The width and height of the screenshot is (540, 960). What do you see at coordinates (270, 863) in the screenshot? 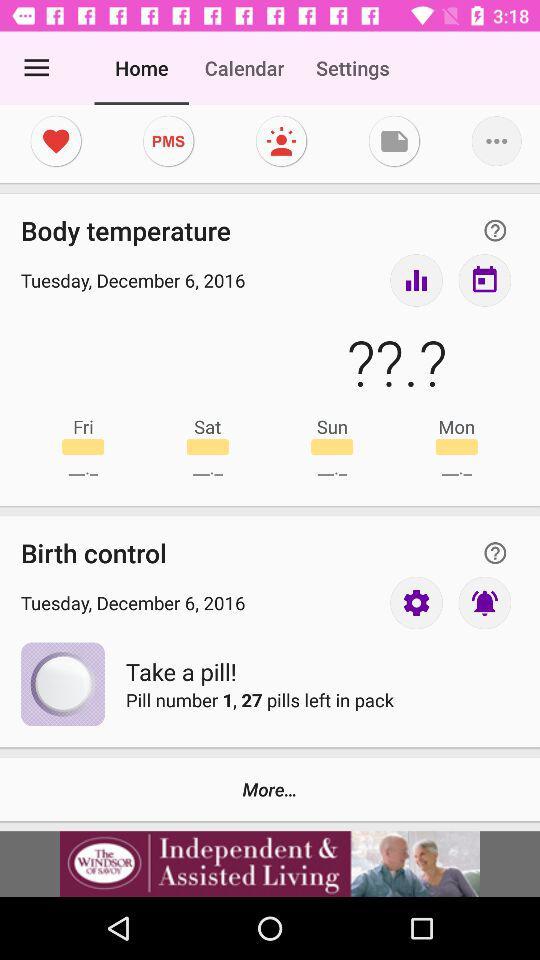
I see `advertisement banner` at bounding box center [270, 863].